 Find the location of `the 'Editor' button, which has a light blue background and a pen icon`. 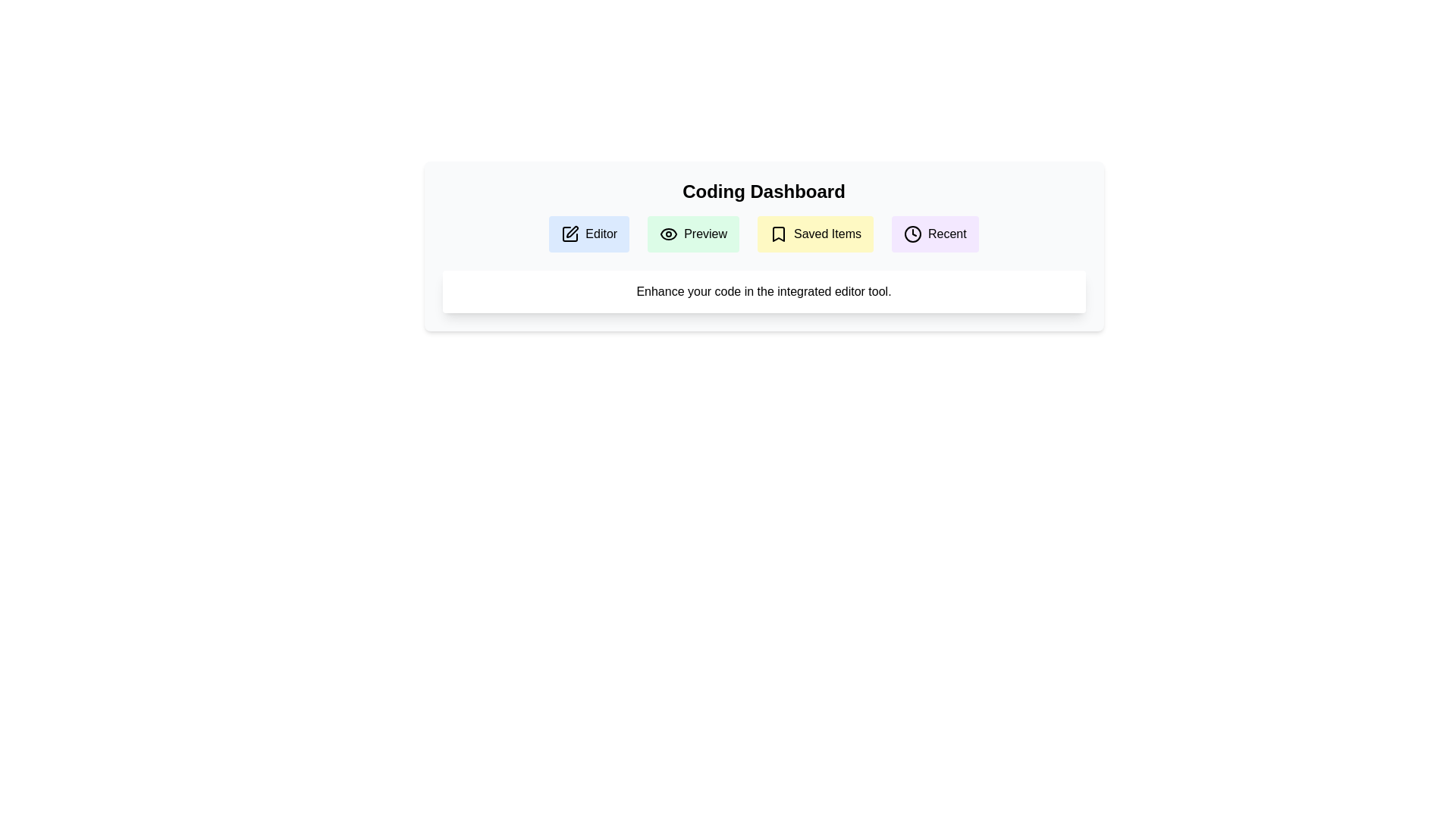

the 'Editor' button, which has a light blue background and a pen icon is located at coordinates (588, 234).